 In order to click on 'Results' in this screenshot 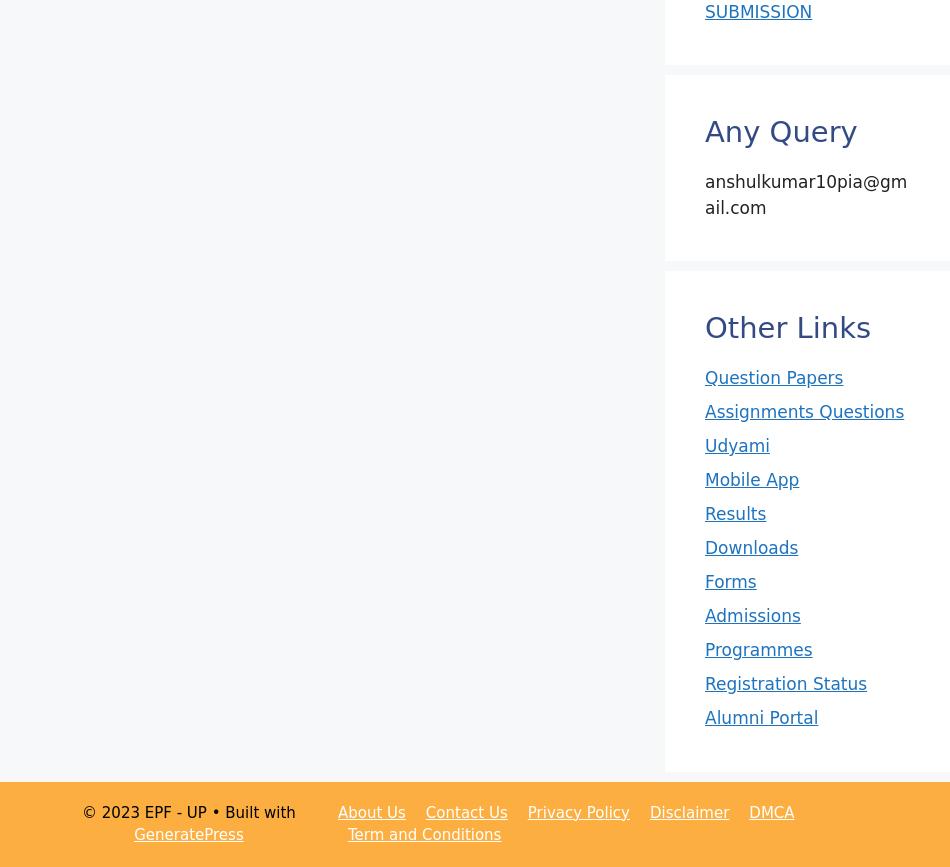, I will do `click(734, 512)`.